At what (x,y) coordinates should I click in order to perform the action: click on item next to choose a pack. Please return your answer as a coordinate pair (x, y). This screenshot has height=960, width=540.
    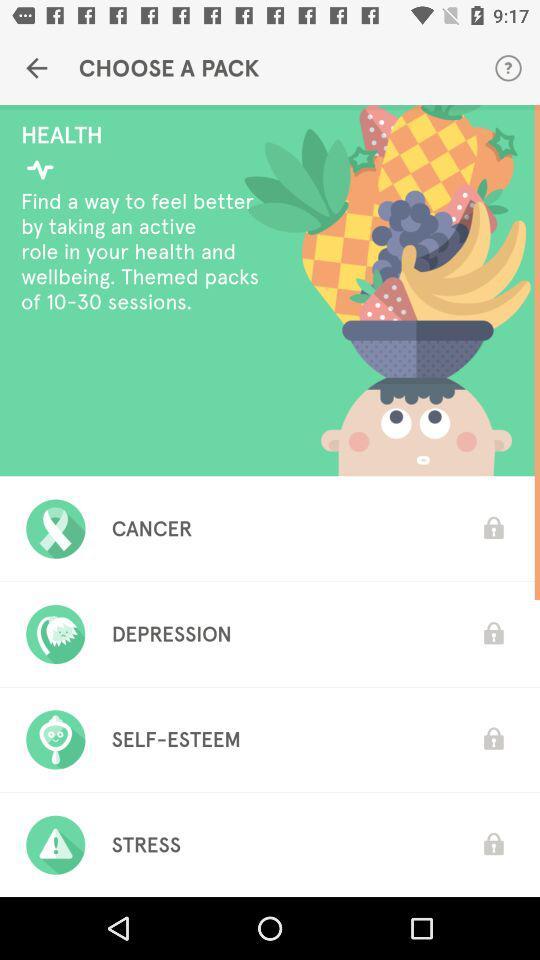
    Looking at the image, I should click on (36, 68).